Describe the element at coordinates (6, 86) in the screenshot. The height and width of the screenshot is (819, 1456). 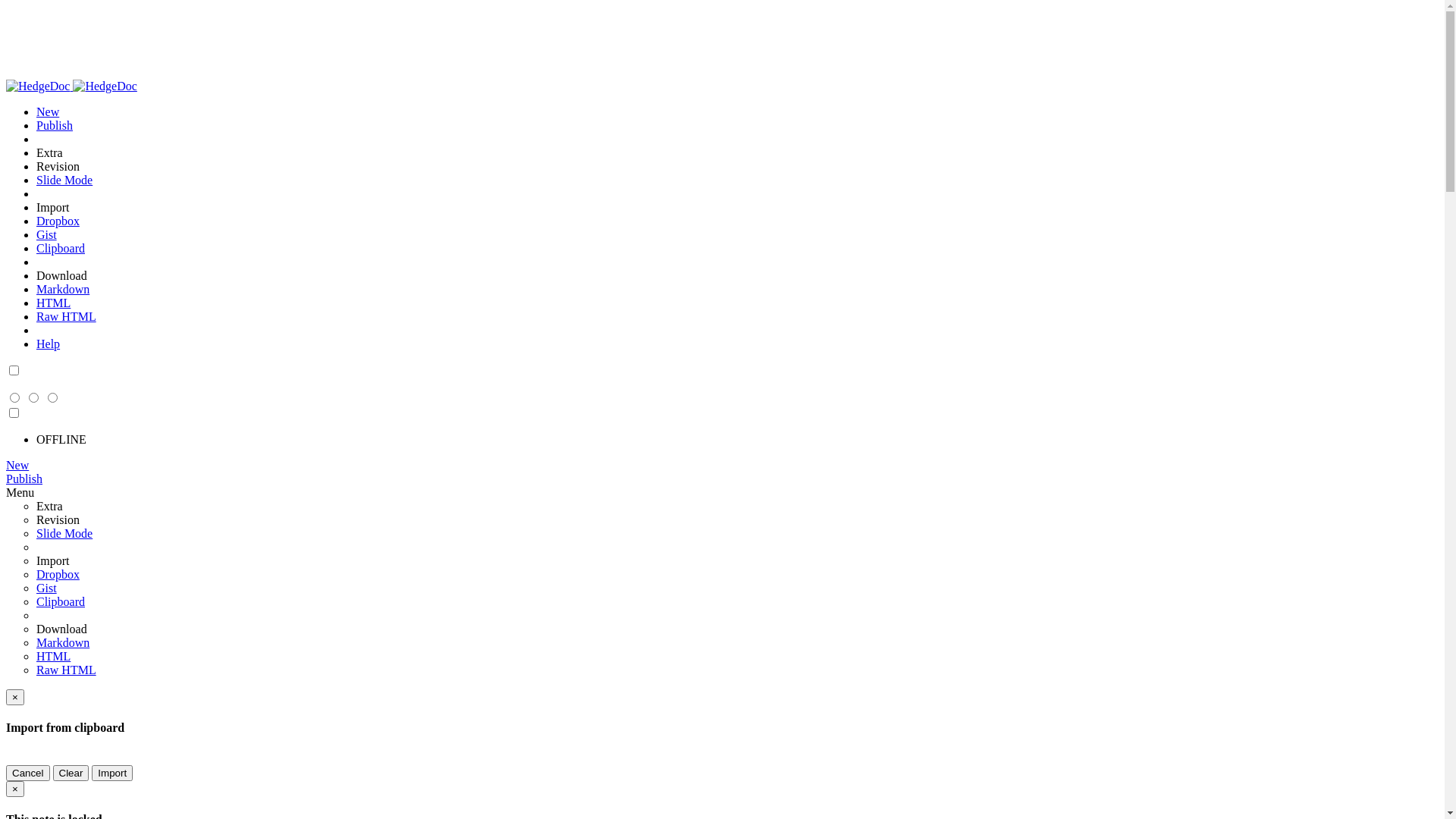
I see `'HedgeDoc'` at that location.